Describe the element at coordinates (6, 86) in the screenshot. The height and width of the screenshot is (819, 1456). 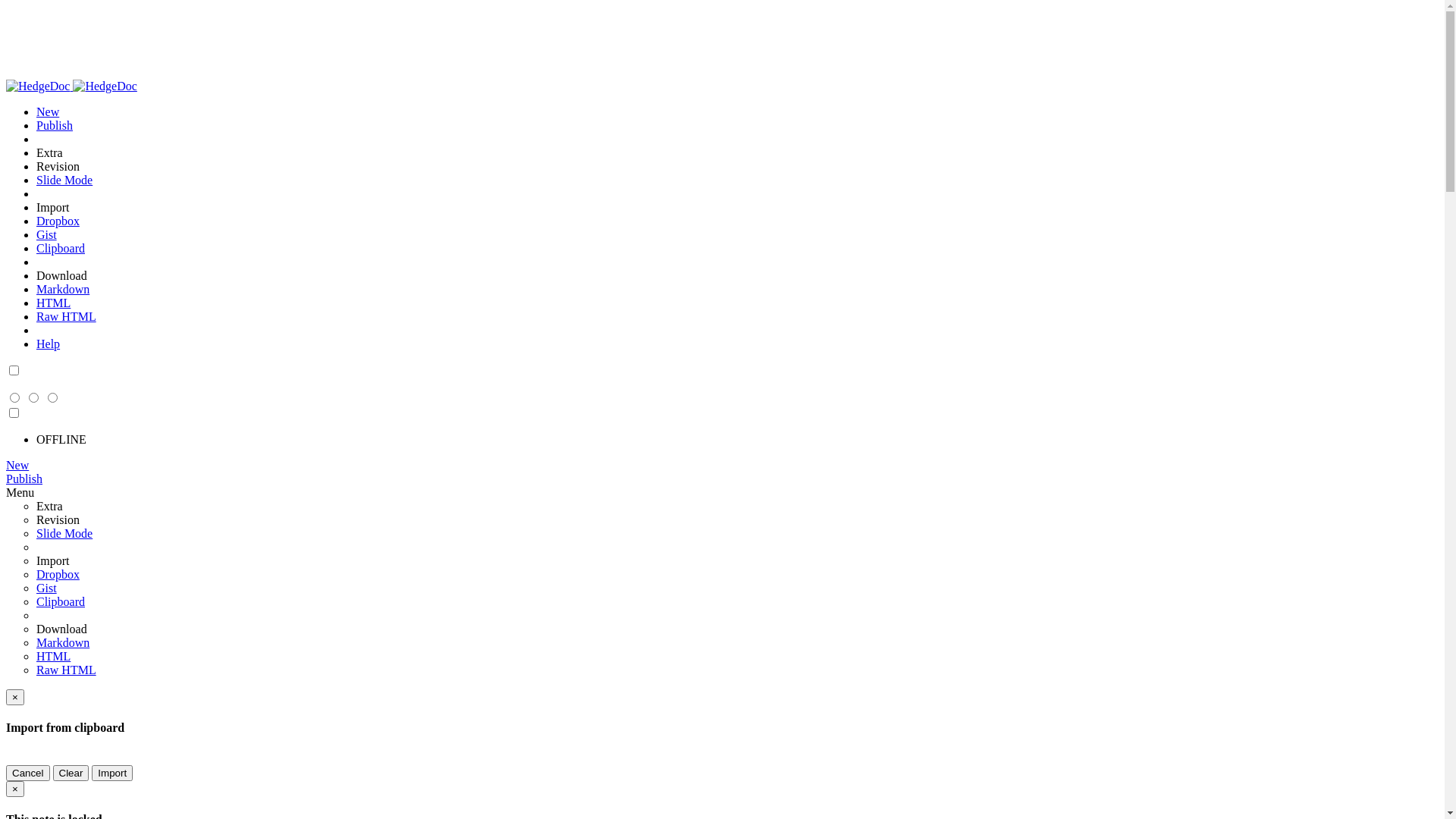
I see `'HedgeDoc'` at that location.